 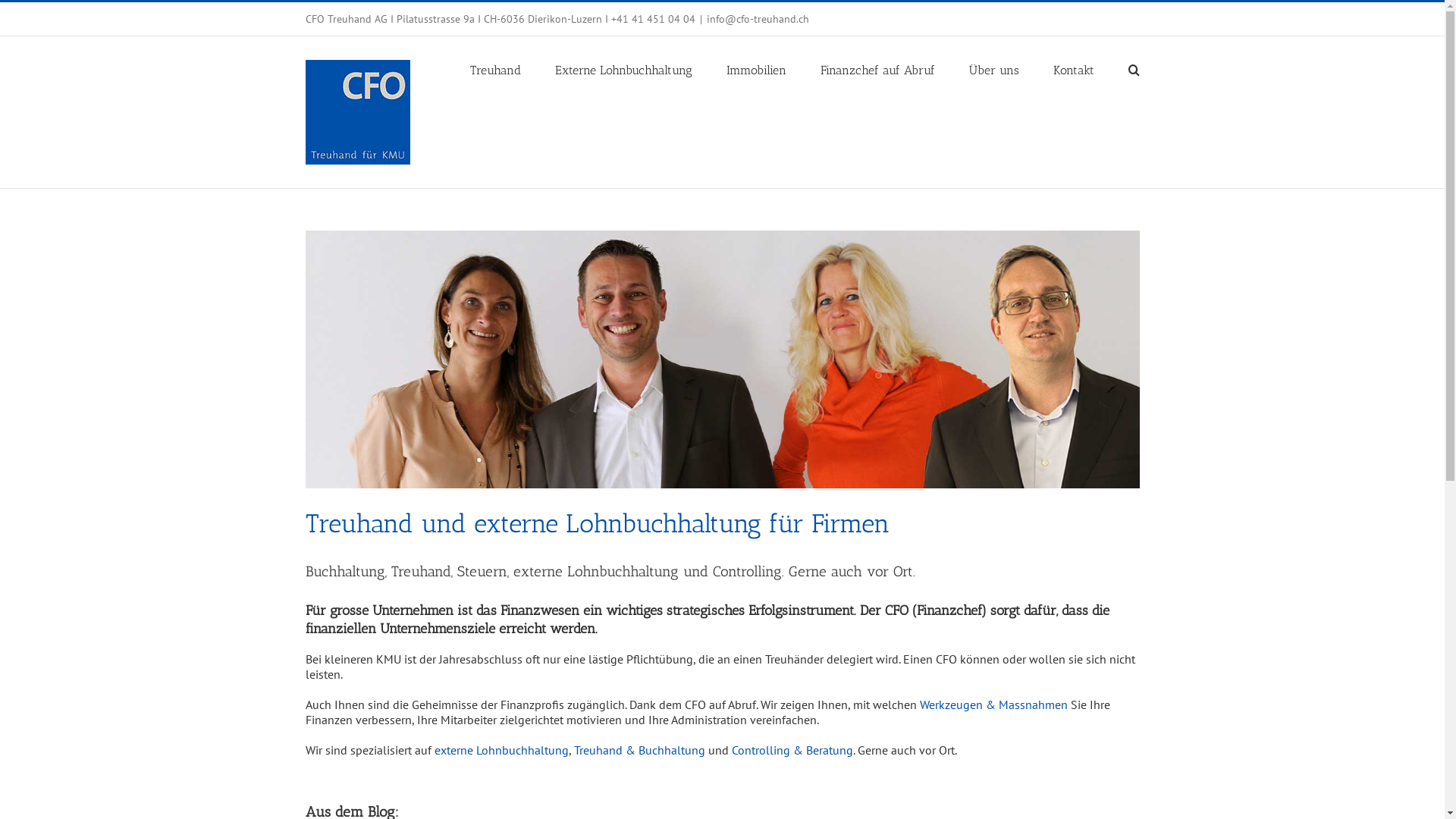 I want to click on 'Externe Lohnbuchhaltung', so click(x=554, y=69).